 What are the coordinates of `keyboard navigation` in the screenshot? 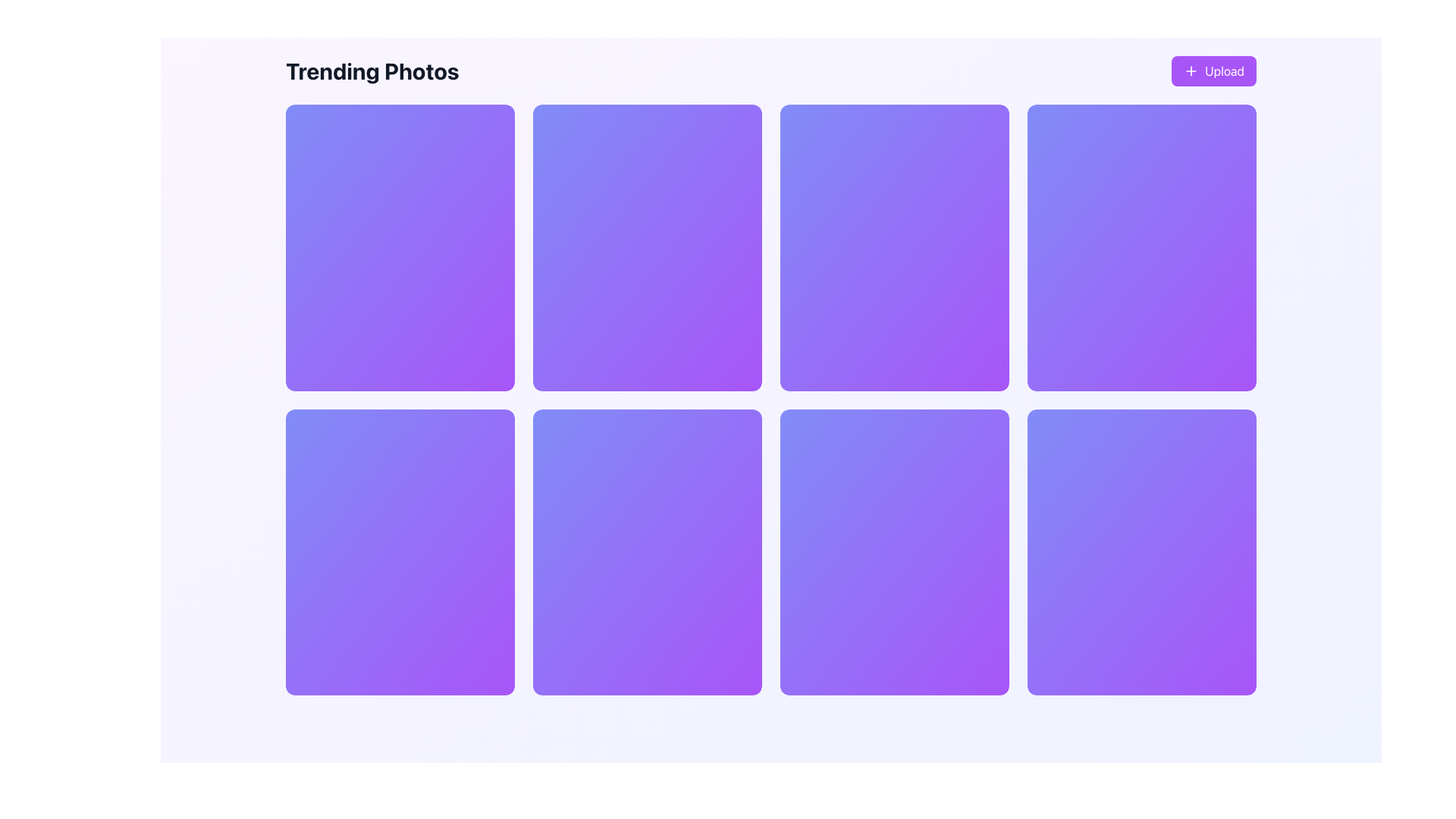 It's located at (924, 127).